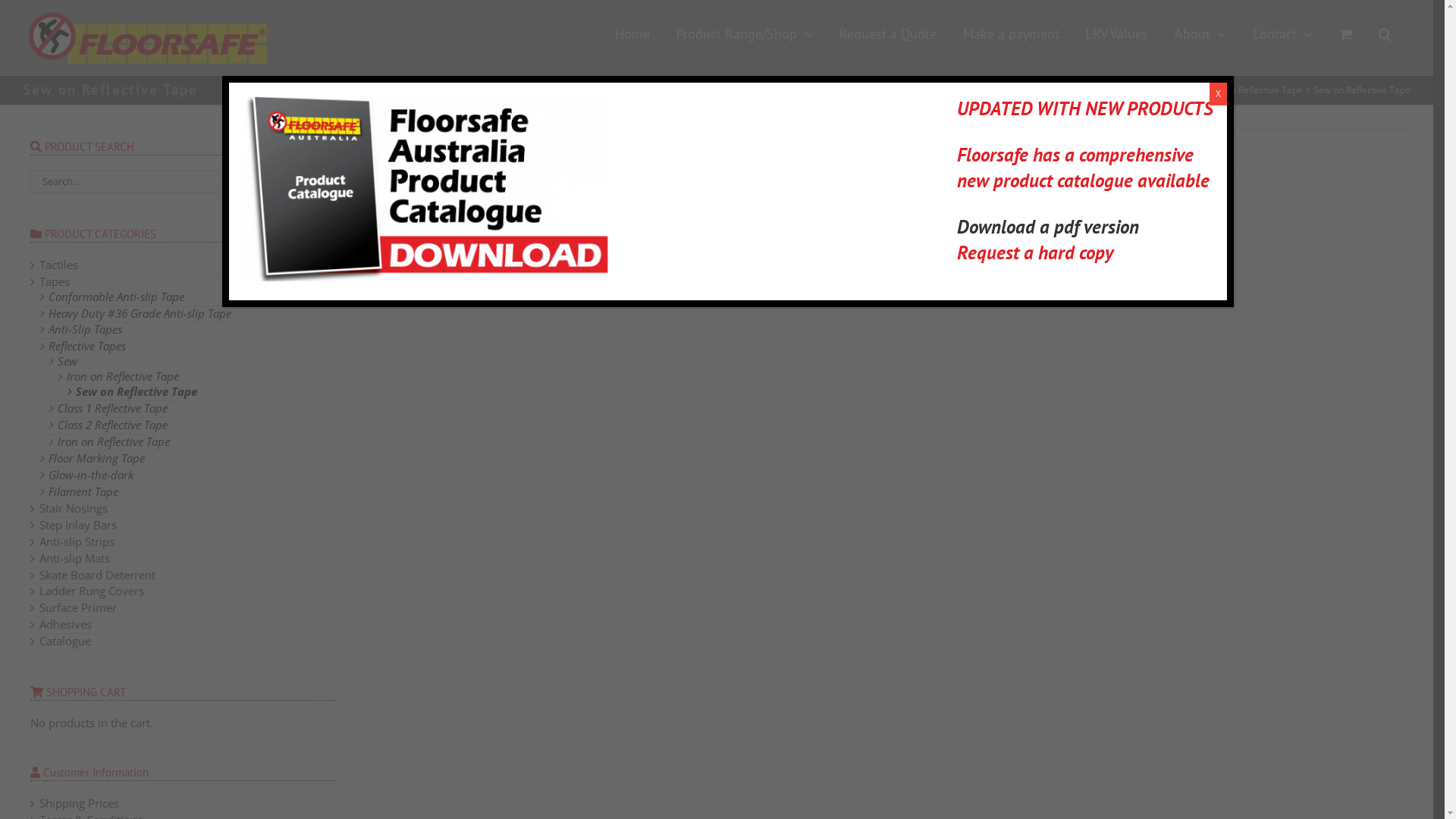  I want to click on 'Skate Board Deterrent', so click(39, 575).